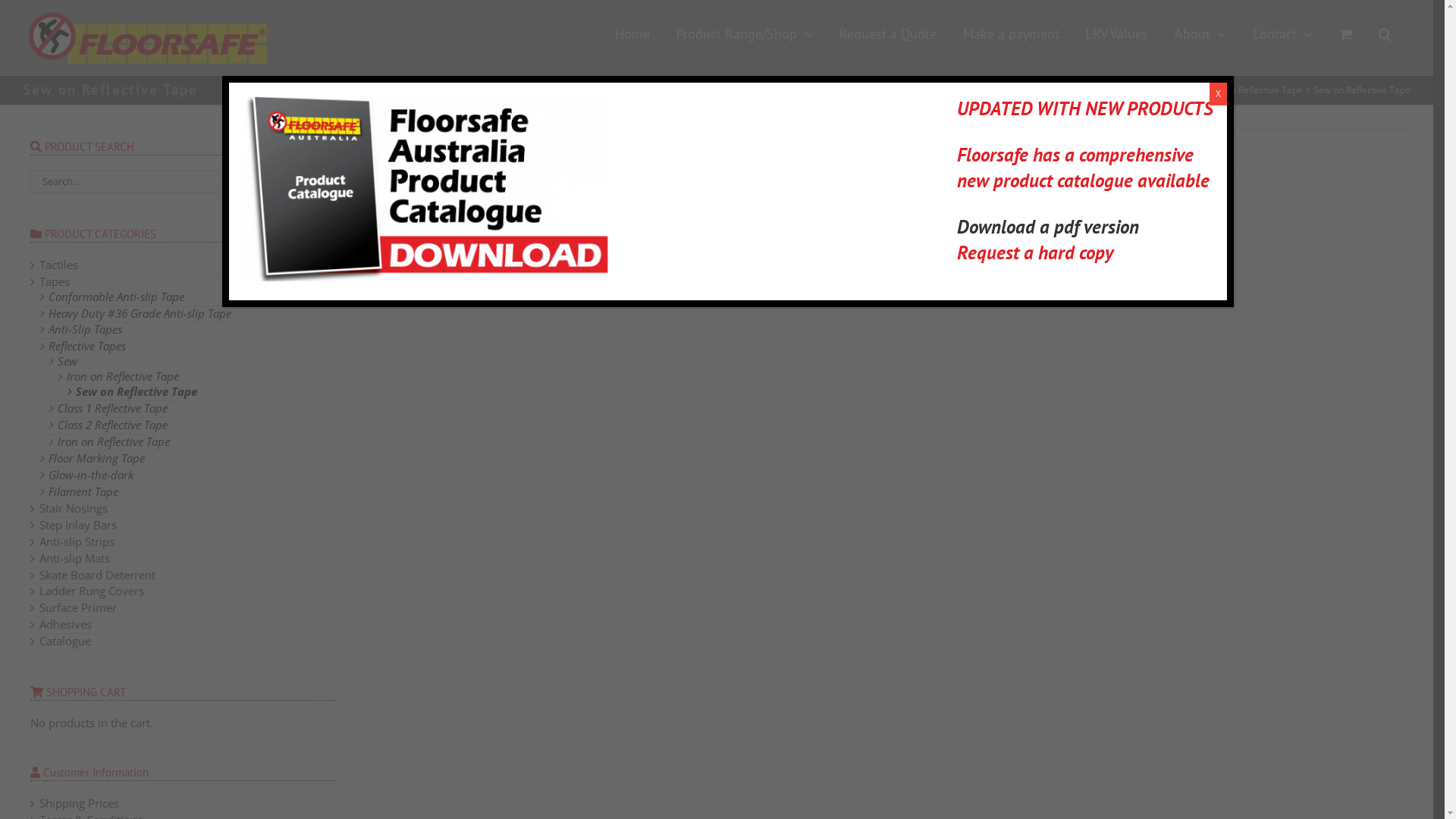  I want to click on 'Skate Board Deterrent', so click(39, 575).